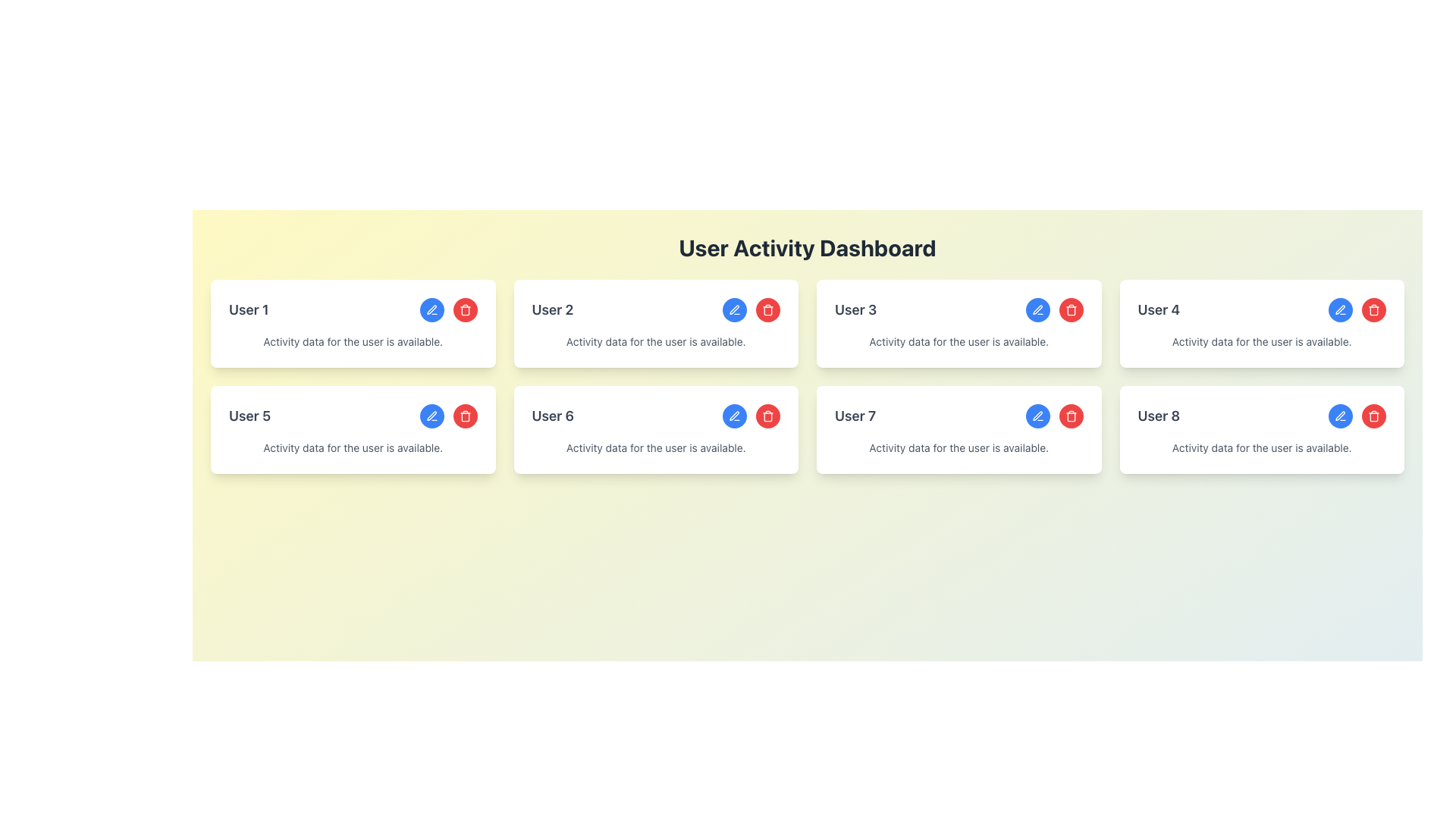 The width and height of the screenshot is (1456, 819). I want to click on the trash bin icon component, which is part of the SVG graphic indicating a deletion action, located in the top-right section of the 'User 4' card, so click(1373, 309).